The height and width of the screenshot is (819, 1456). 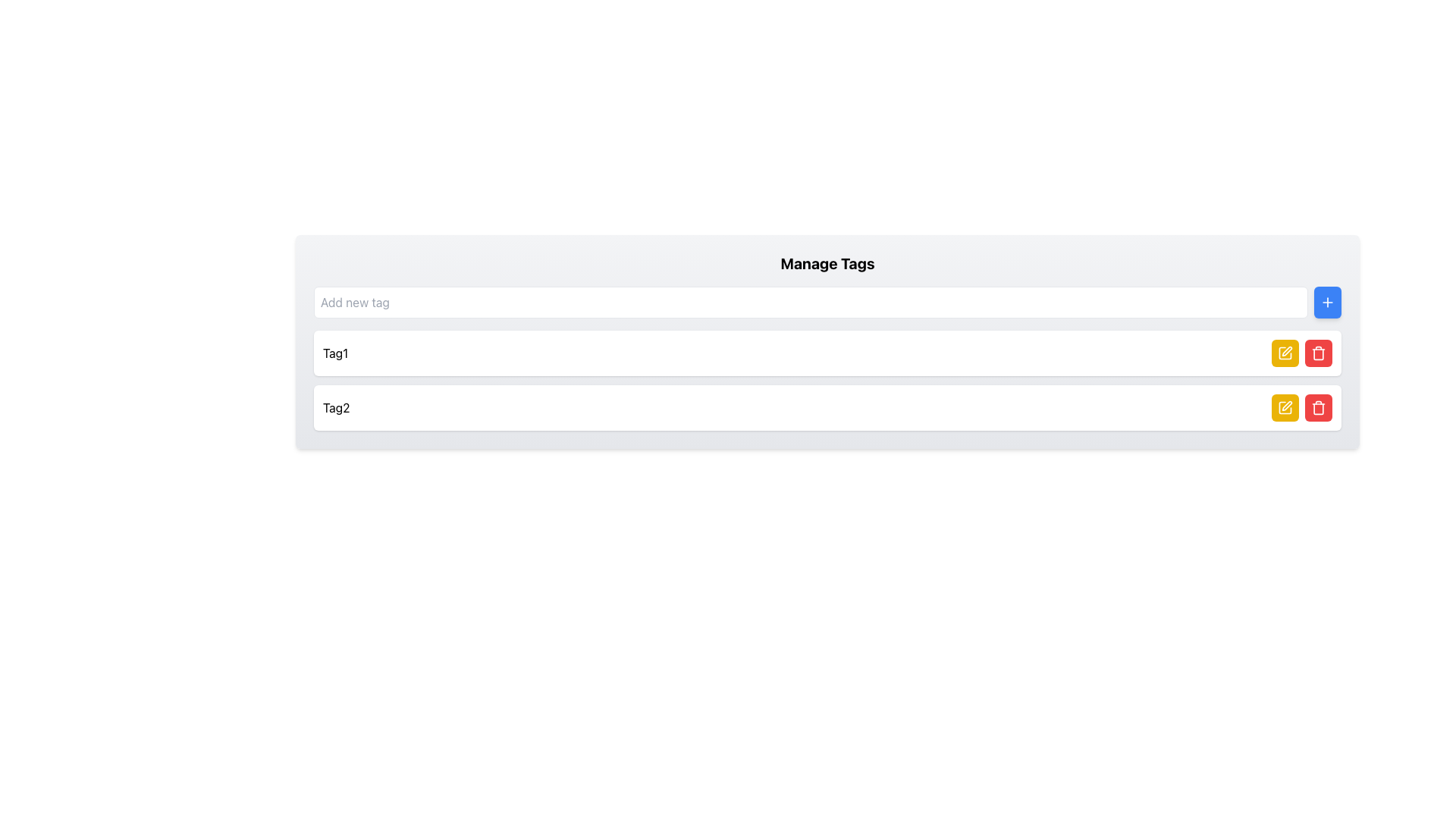 What do you see at coordinates (827, 262) in the screenshot?
I see `the text label that serves as the section title for managing tags, which is positioned at the top of a light gray box with rounded corners` at bounding box center [827, 262].